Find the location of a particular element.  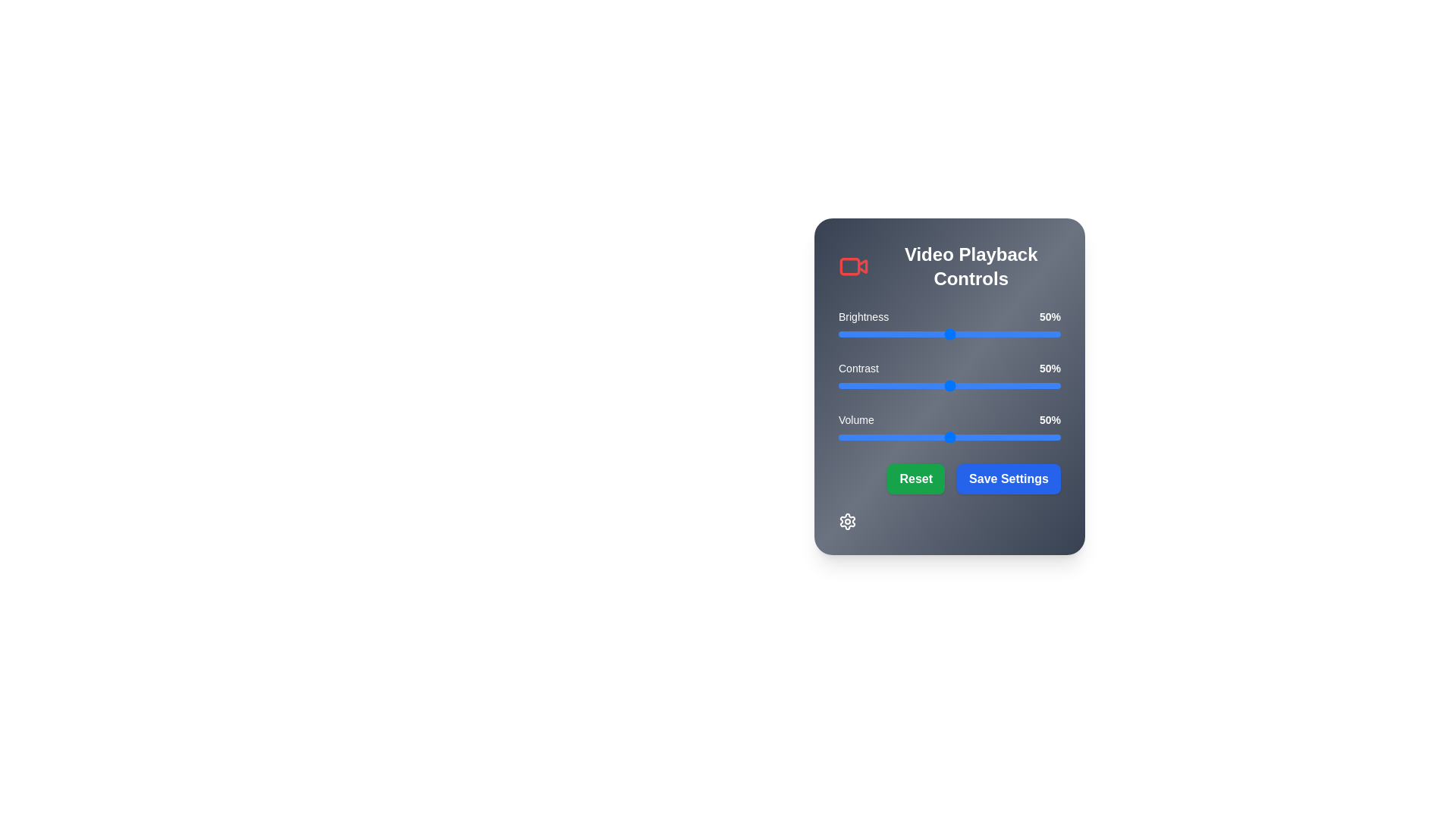

the settings icon located at the bottom-left corner of the 'Video Playback Controls' panel is located at coordinates (847, 520).